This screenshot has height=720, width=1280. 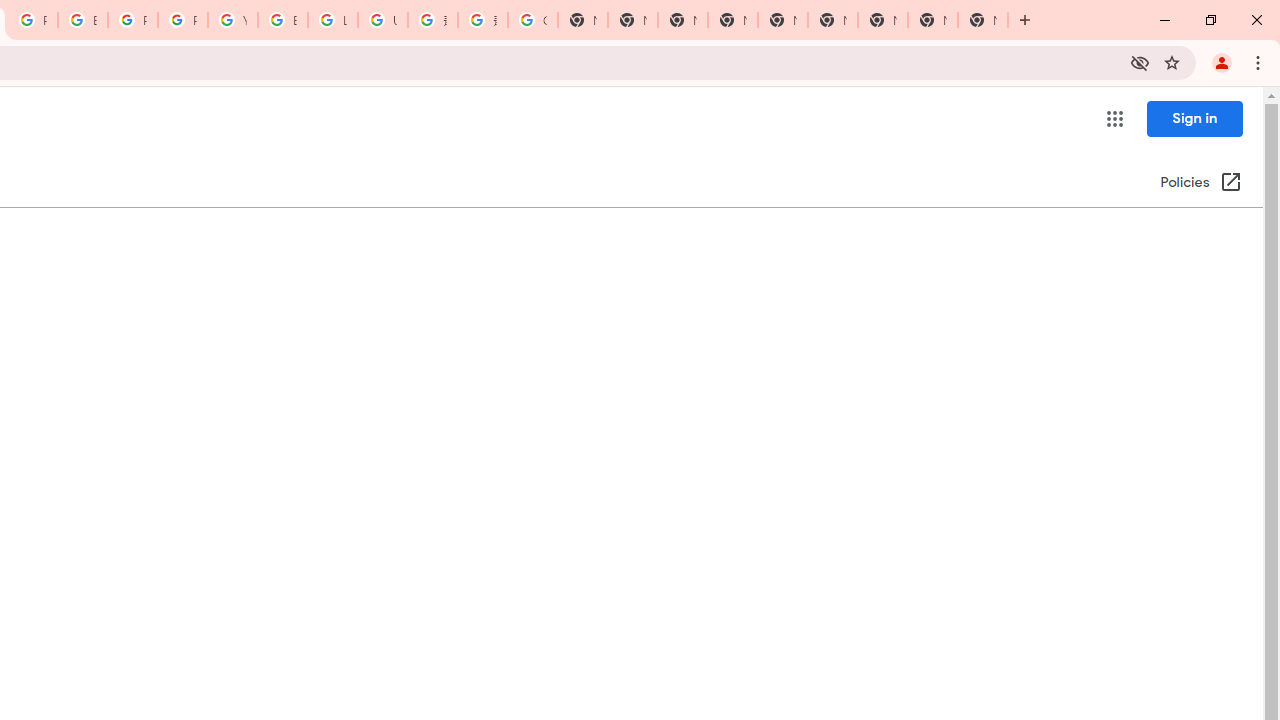 What do you see at coordinates (533, 20) in the screenshot?
I see `'Google Images'` at bounding box center [533, 20].